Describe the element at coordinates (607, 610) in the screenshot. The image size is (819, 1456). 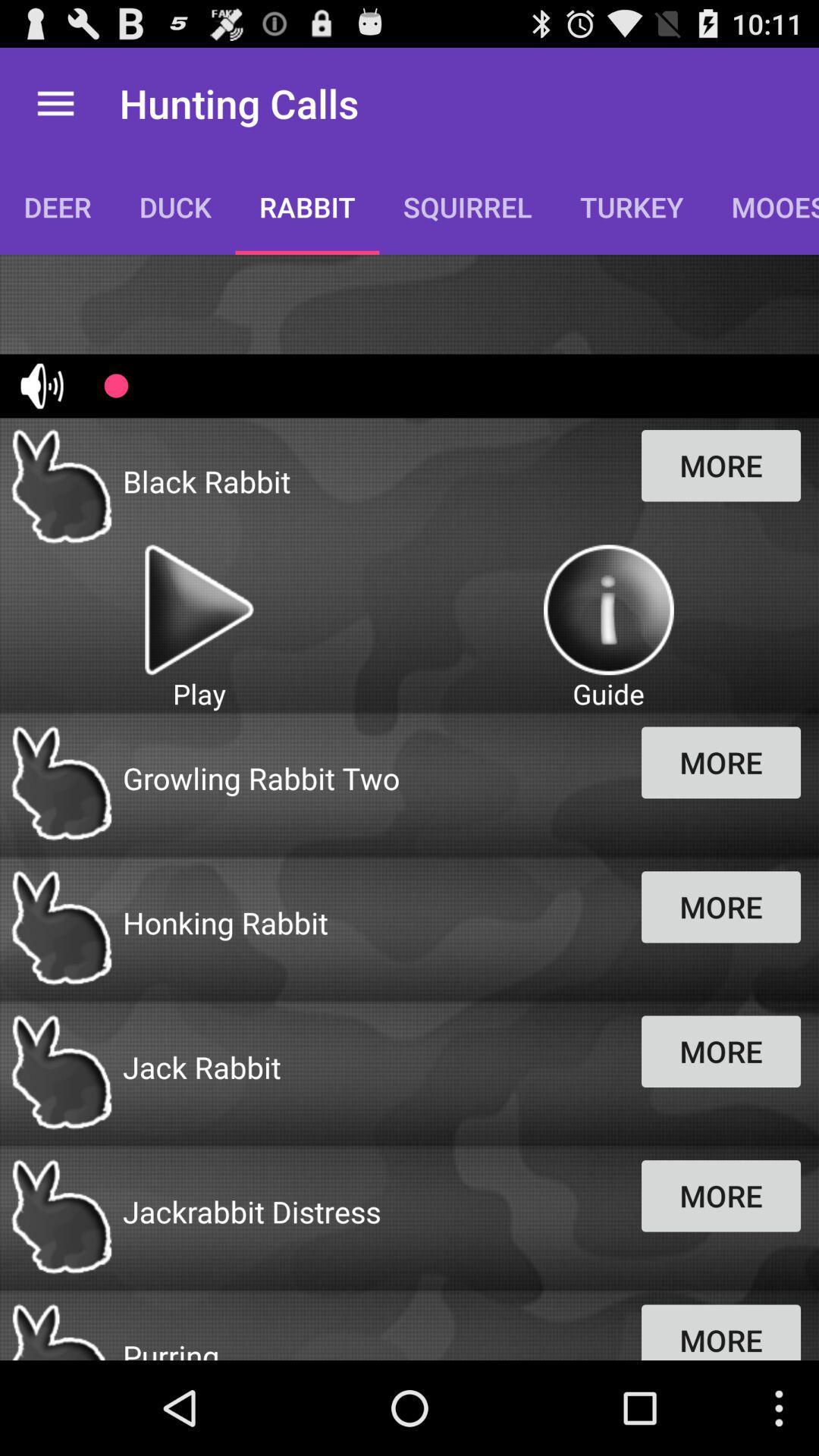
I see `information guide` at that location.